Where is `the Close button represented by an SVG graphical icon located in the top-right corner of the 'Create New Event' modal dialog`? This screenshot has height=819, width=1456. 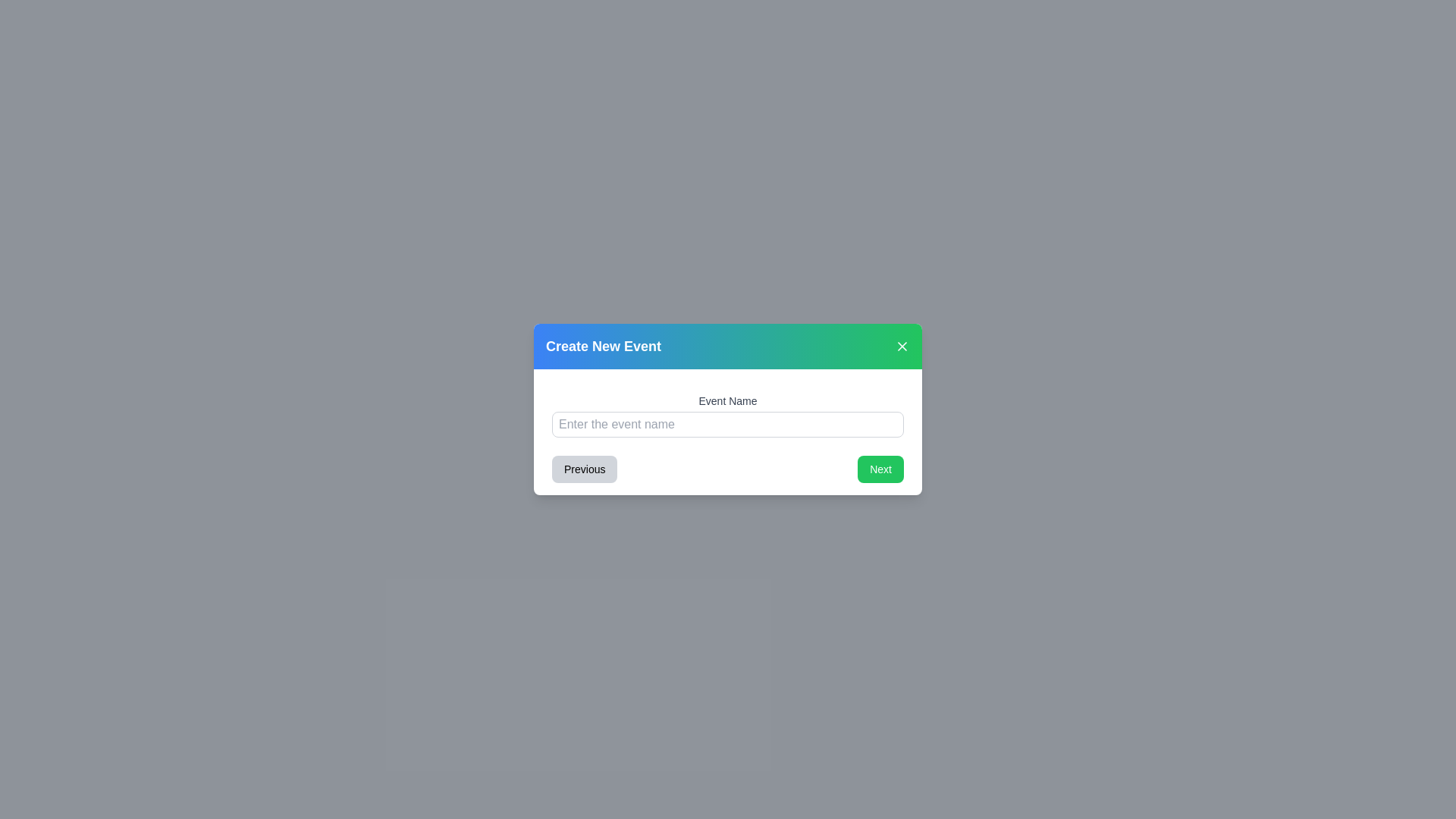
the Close button represented by an SVG graphical icon located in the top-right corner of the 'Create New Event' modal dialog is located at coordinates (902, 346).